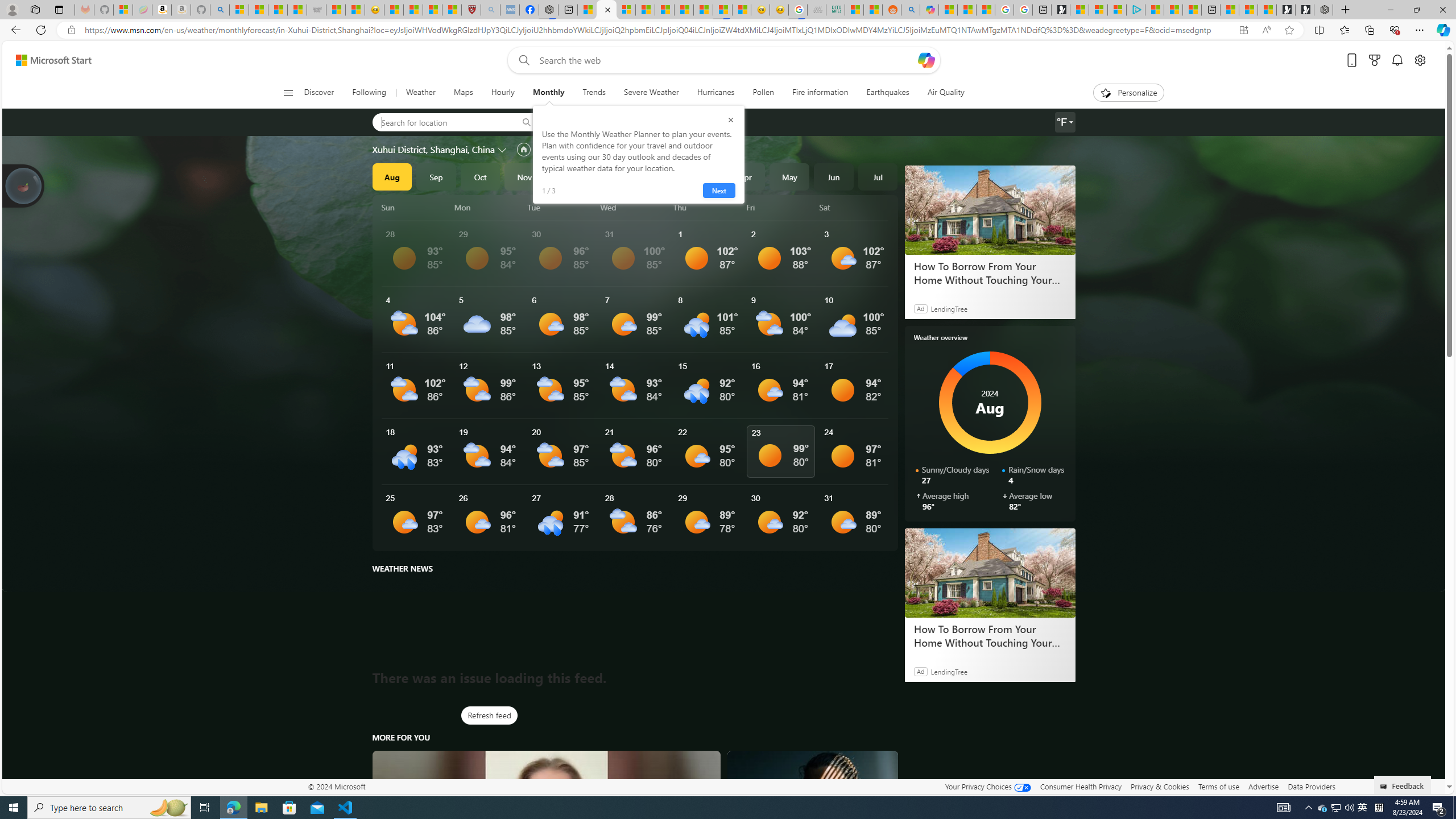 The width and height of the screenshot is (1456, 819). What do you see at coordinates (23, 185) in the screenshot?
I see `'Join us in planting real trees to help our planet!'` at bounding box center [23, 185].